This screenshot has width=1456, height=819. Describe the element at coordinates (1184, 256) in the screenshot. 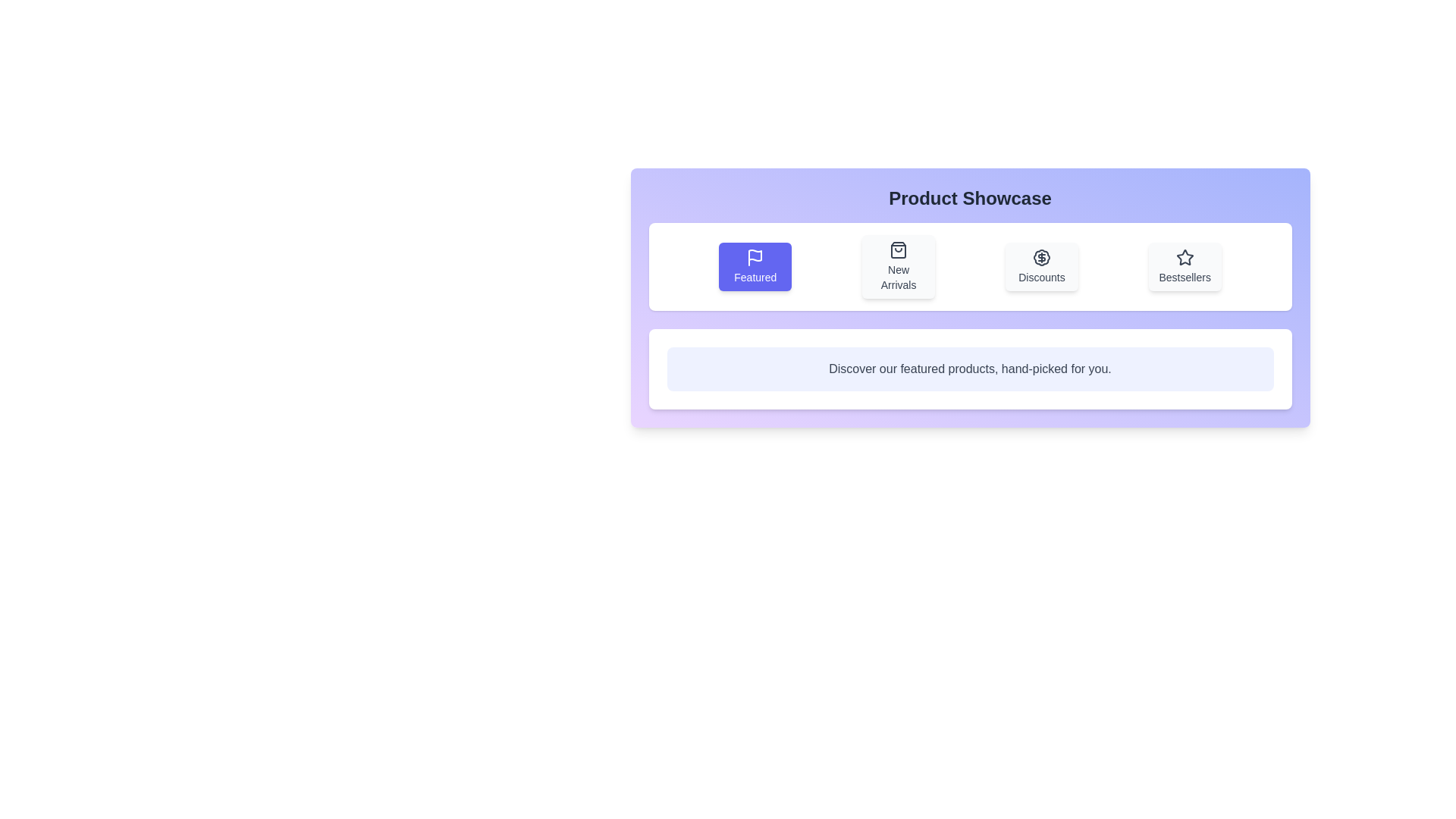

I see `the decorative star icon associated with the Bestsellers section of the UI, located at the rightmost side of the horizontal list` at that location.